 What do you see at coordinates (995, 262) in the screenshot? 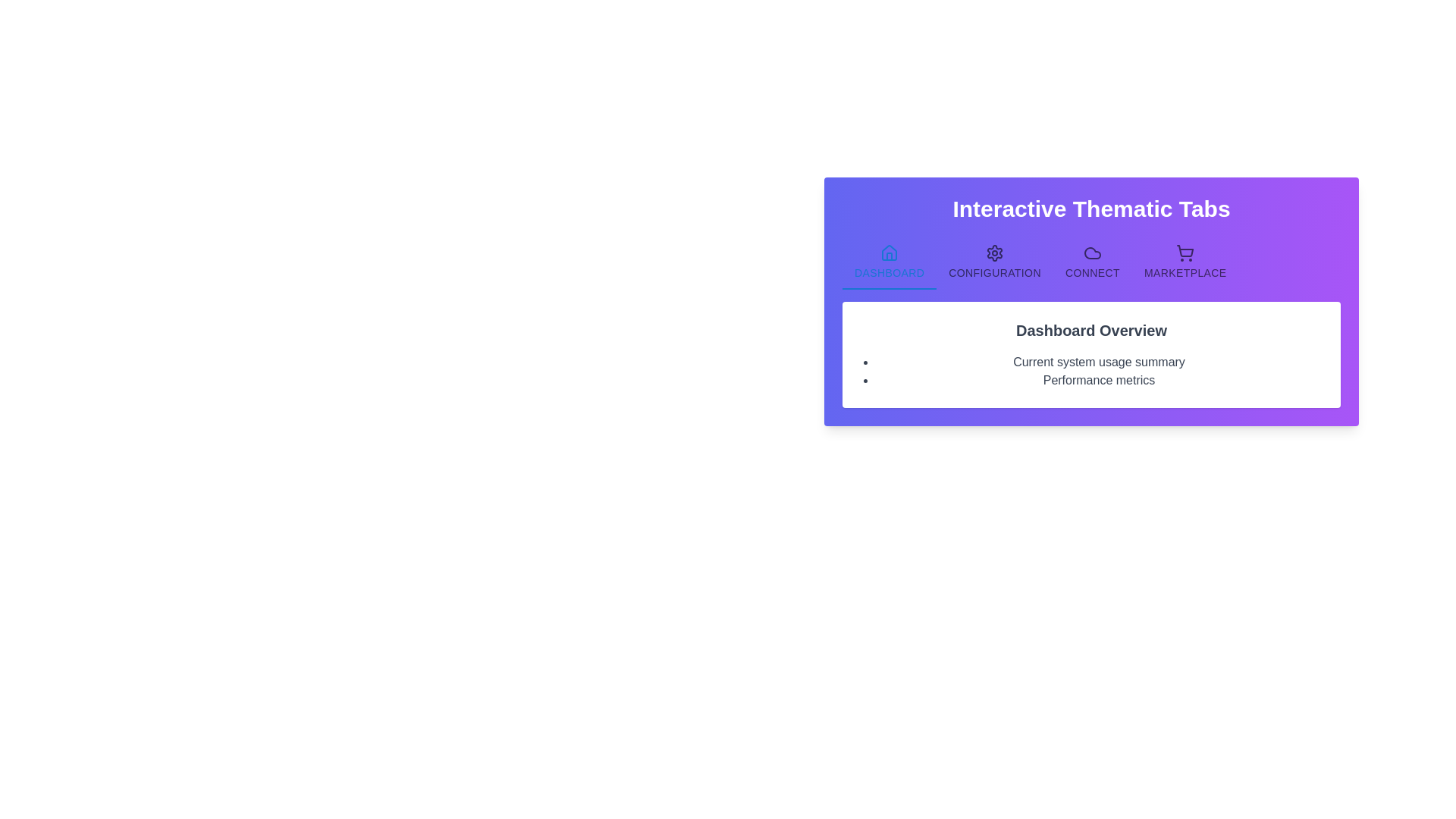
I see `the 'Configuration' tab in the tabbed navigation component` at bounding box center [995, 262].